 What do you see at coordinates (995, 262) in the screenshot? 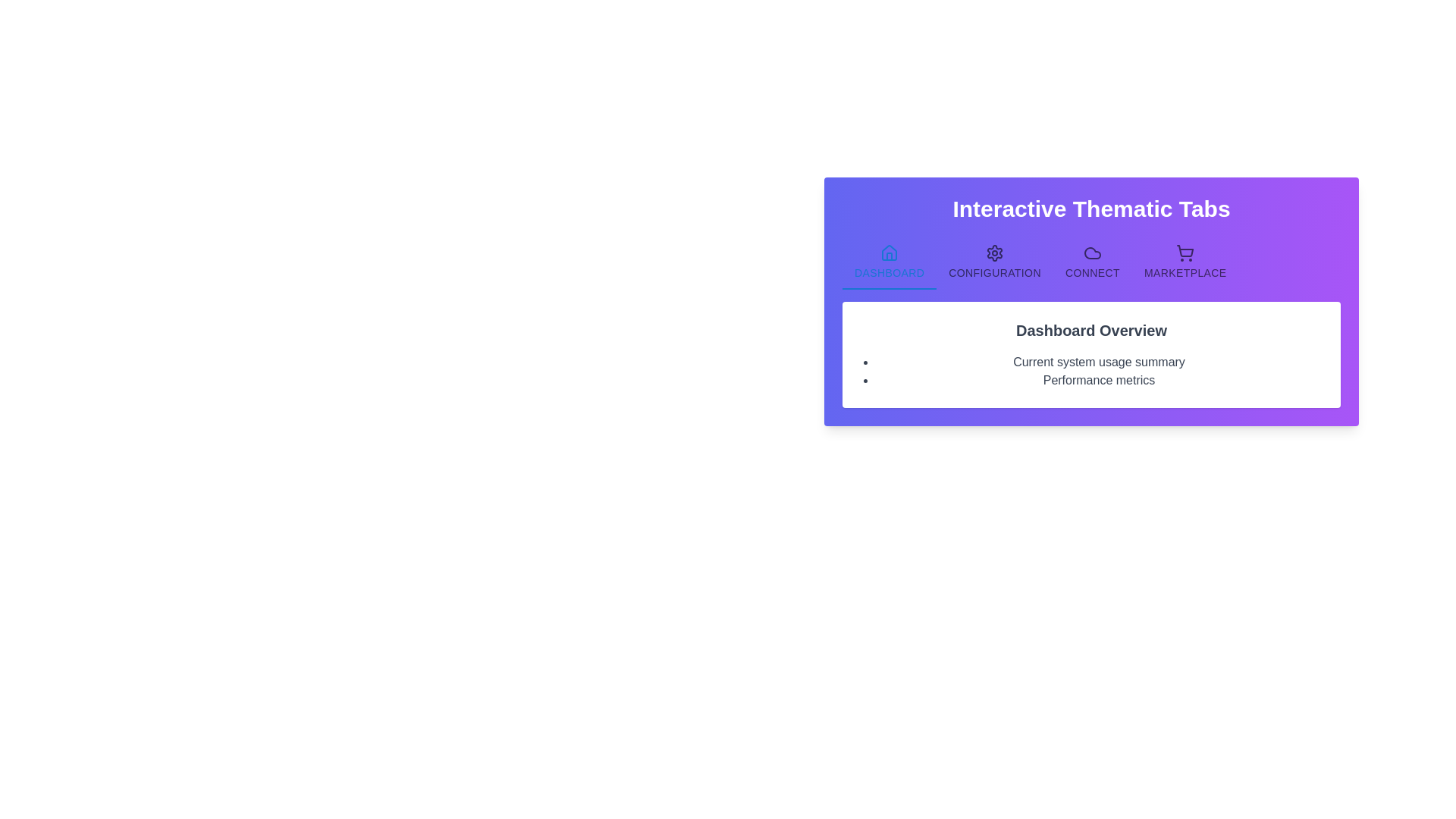
I see `the 'Configuration' tab in the tabbed navigation component` at bounding box center [995, 262].